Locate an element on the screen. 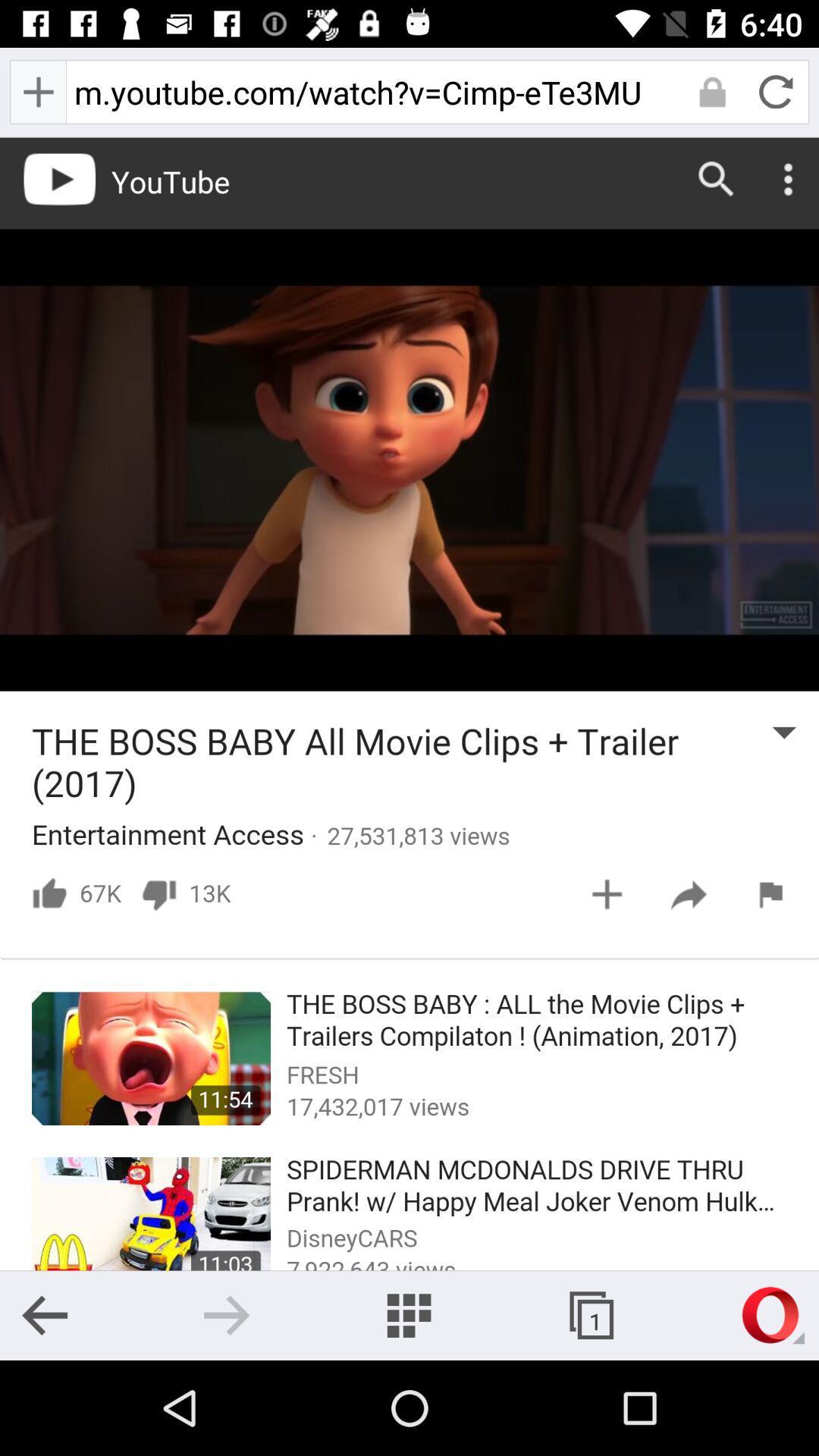 This screenshot has width=819, height=1456. the arrow_backward icon is located at coordinates (44, 1314).